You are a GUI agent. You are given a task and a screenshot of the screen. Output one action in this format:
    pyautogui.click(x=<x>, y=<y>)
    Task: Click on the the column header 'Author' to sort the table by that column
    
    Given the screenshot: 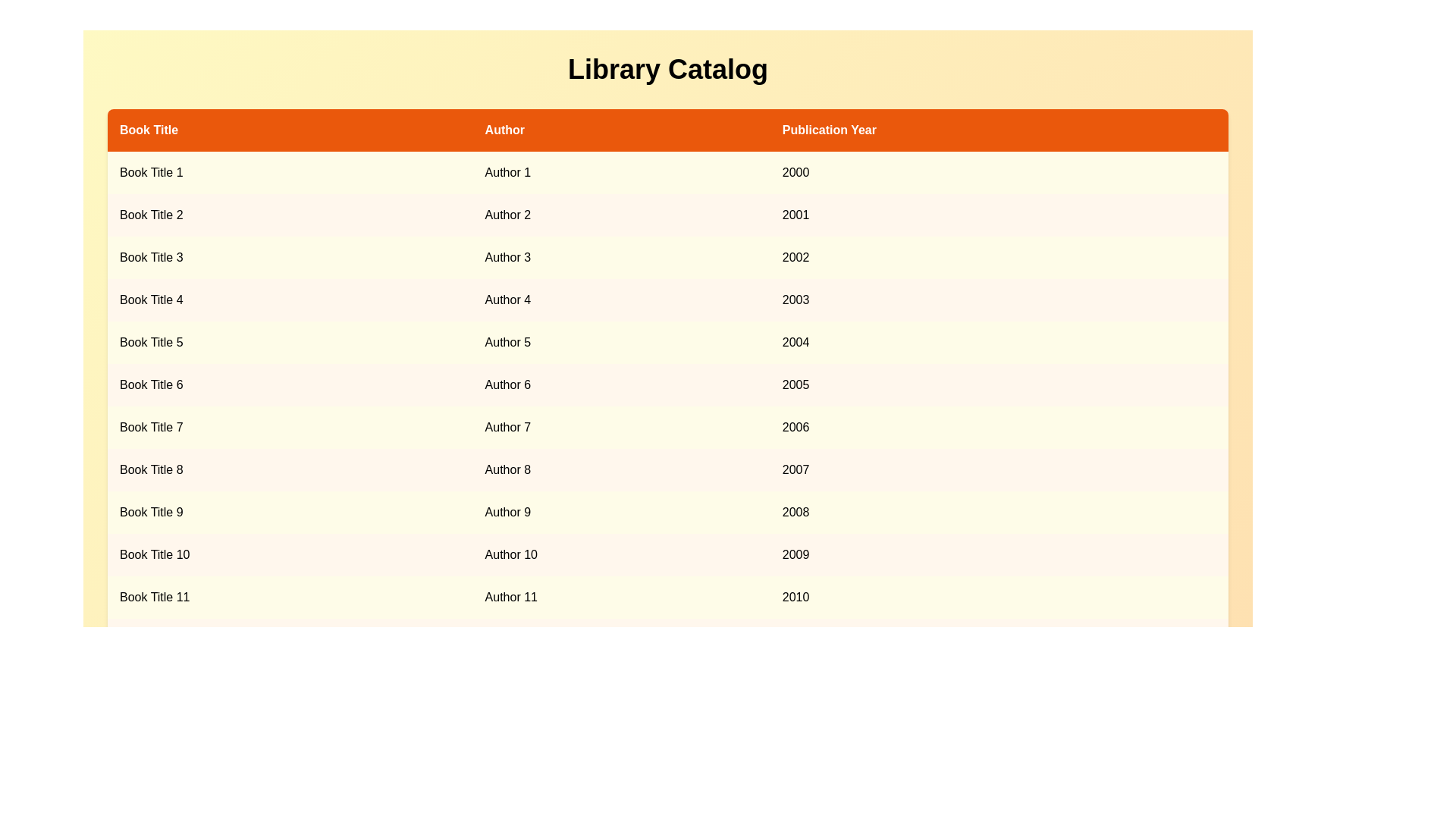 What is the action you would take?
    pyautogui.click(x=621, y=130)
    